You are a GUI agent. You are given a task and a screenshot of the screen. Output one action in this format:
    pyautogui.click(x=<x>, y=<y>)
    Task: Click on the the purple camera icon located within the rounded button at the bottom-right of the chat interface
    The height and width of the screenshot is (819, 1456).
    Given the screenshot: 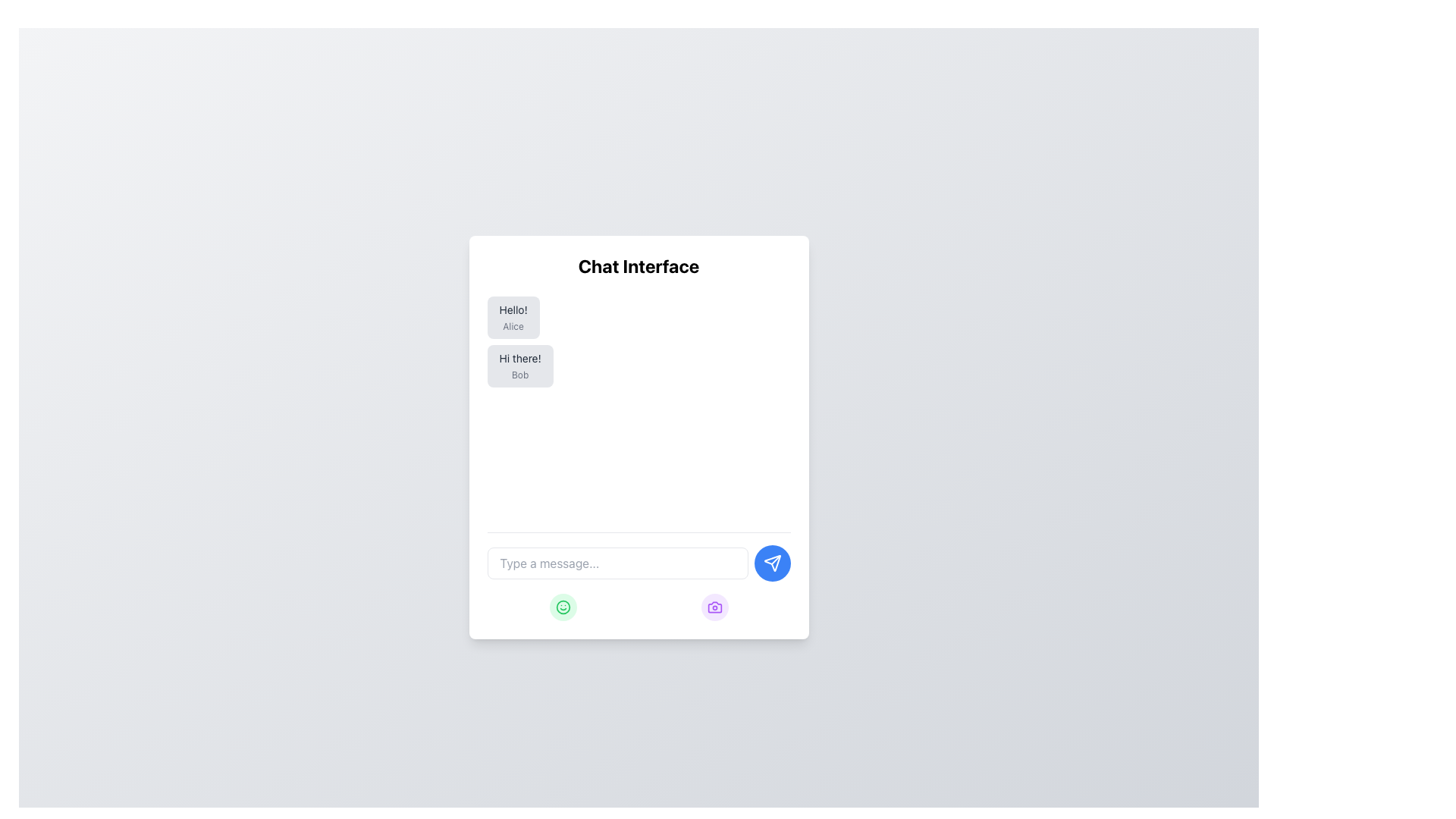 What is the action you would take?
    pyautogui.click(x=714, y=607)
    